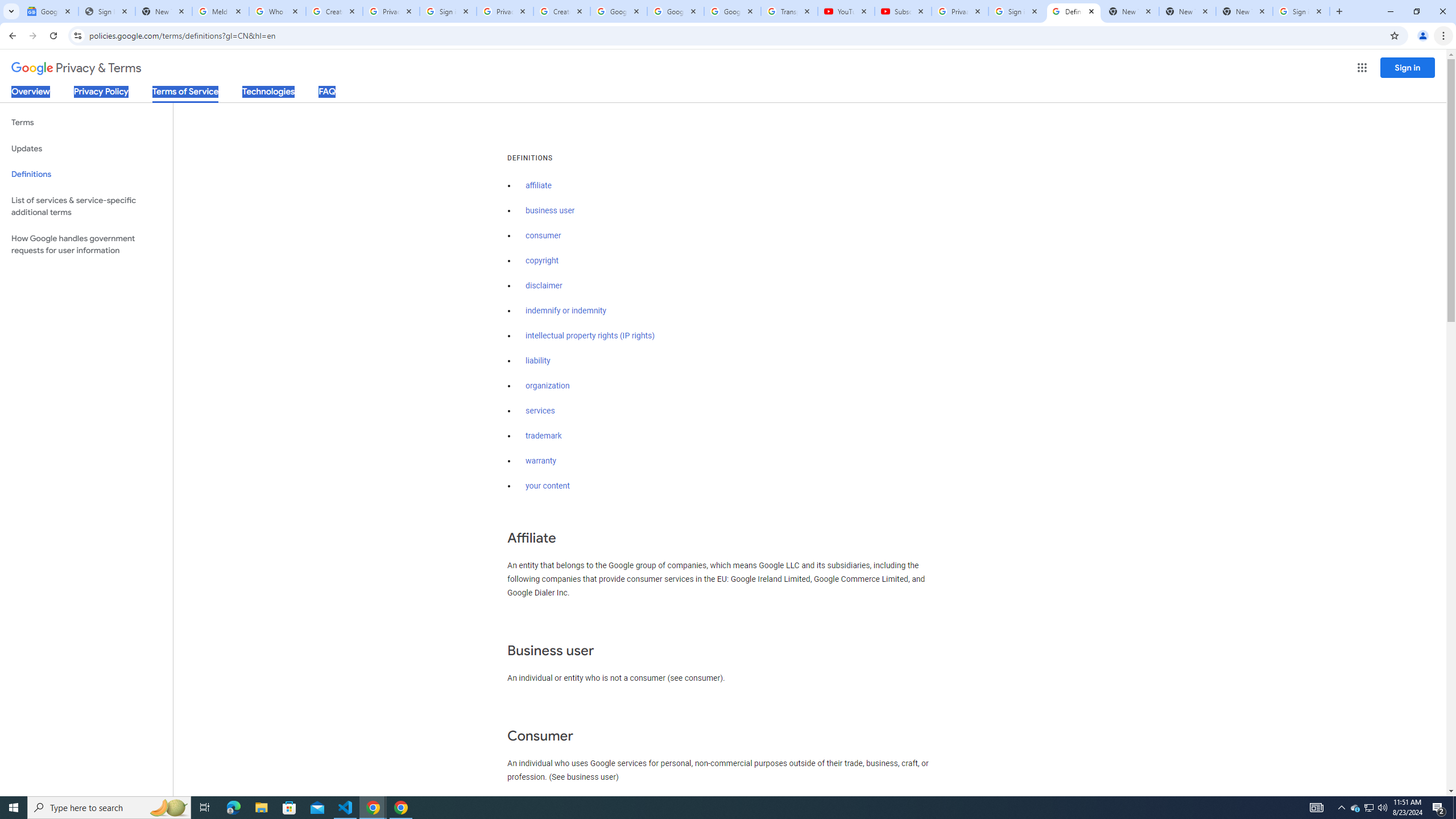  I want to click on 'trademark', so click(543, 435).